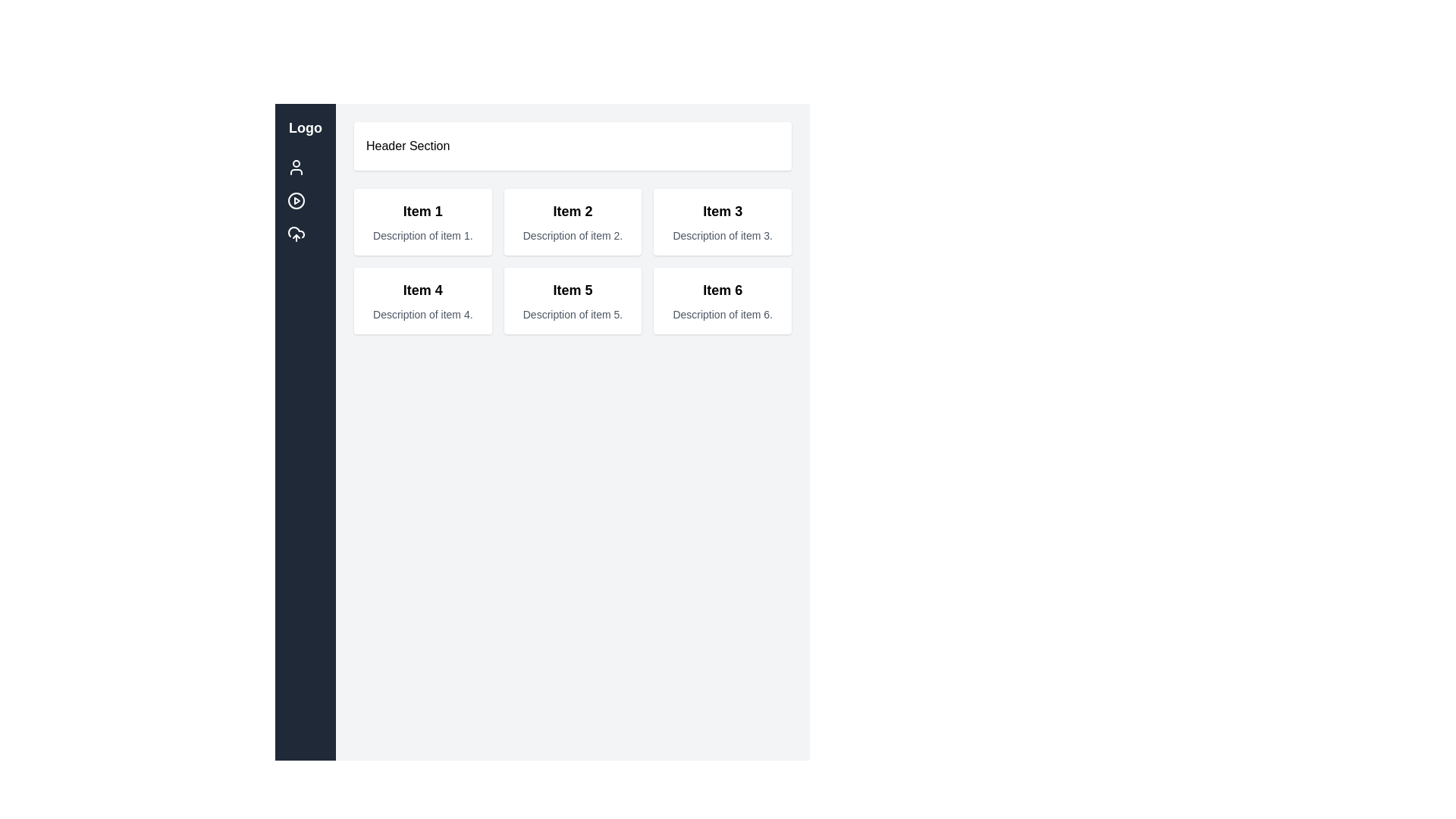  Describe the element at coordinates (572, 211) in the screenshot. I see `the text 'Item 2', which is styled in bold and large font, located at the top of its containing card in the second column, first row of the interface` at that location.